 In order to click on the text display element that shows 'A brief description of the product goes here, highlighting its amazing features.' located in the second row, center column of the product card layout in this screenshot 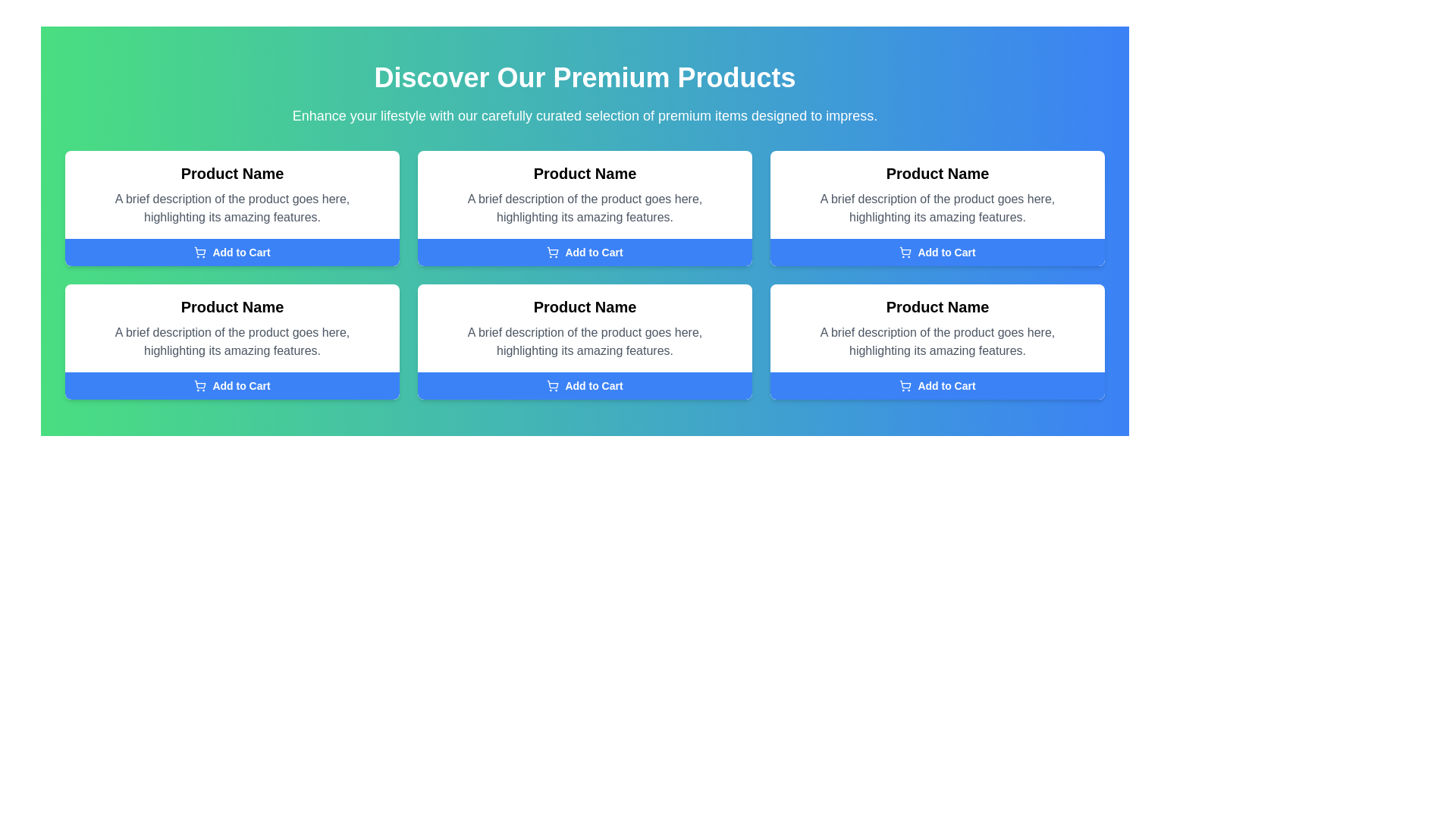, I will do `click(584, 342)`.